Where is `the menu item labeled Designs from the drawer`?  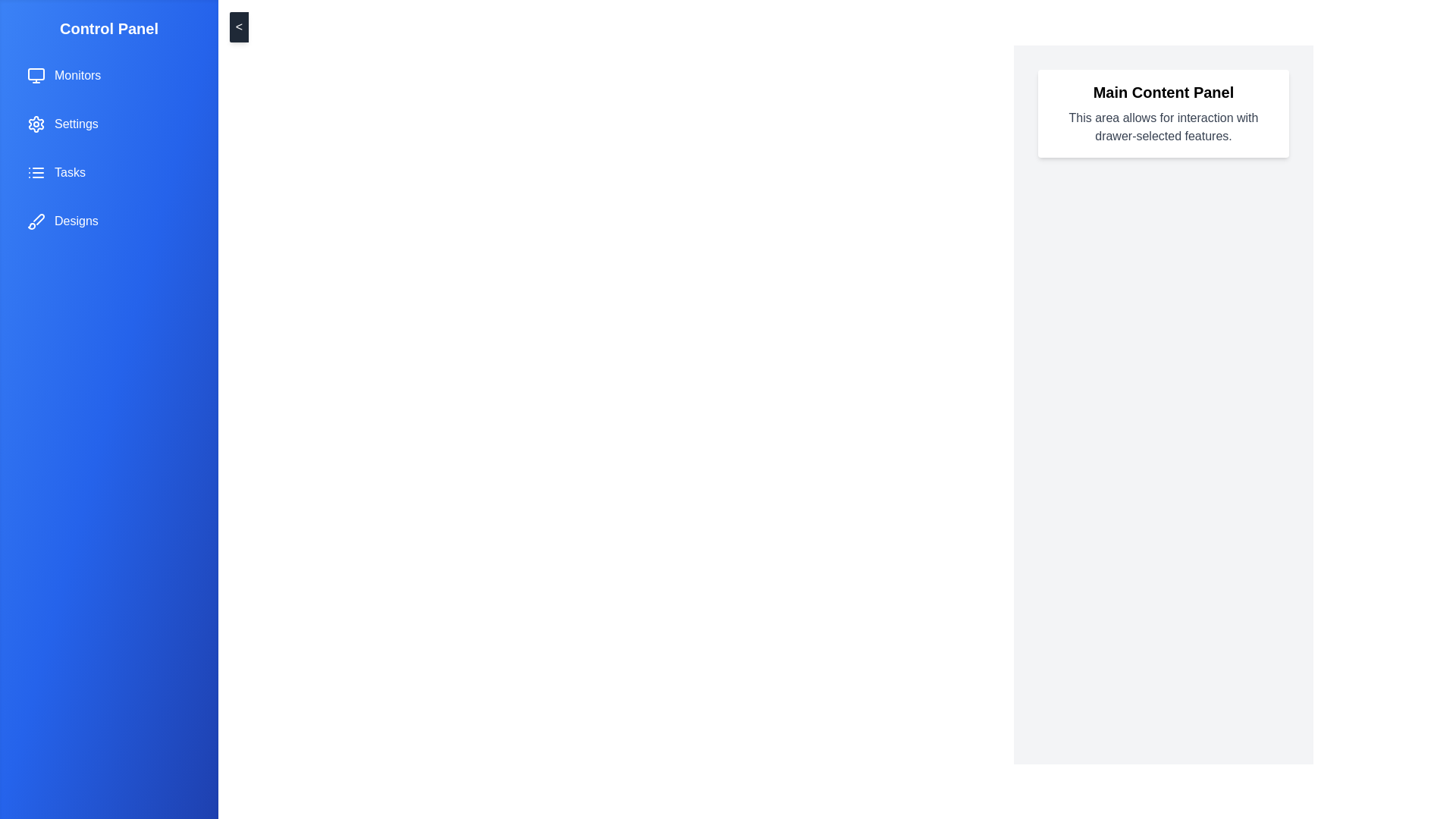
the menu item labeled Designs from the drawer is located at coordinates (108, 221).